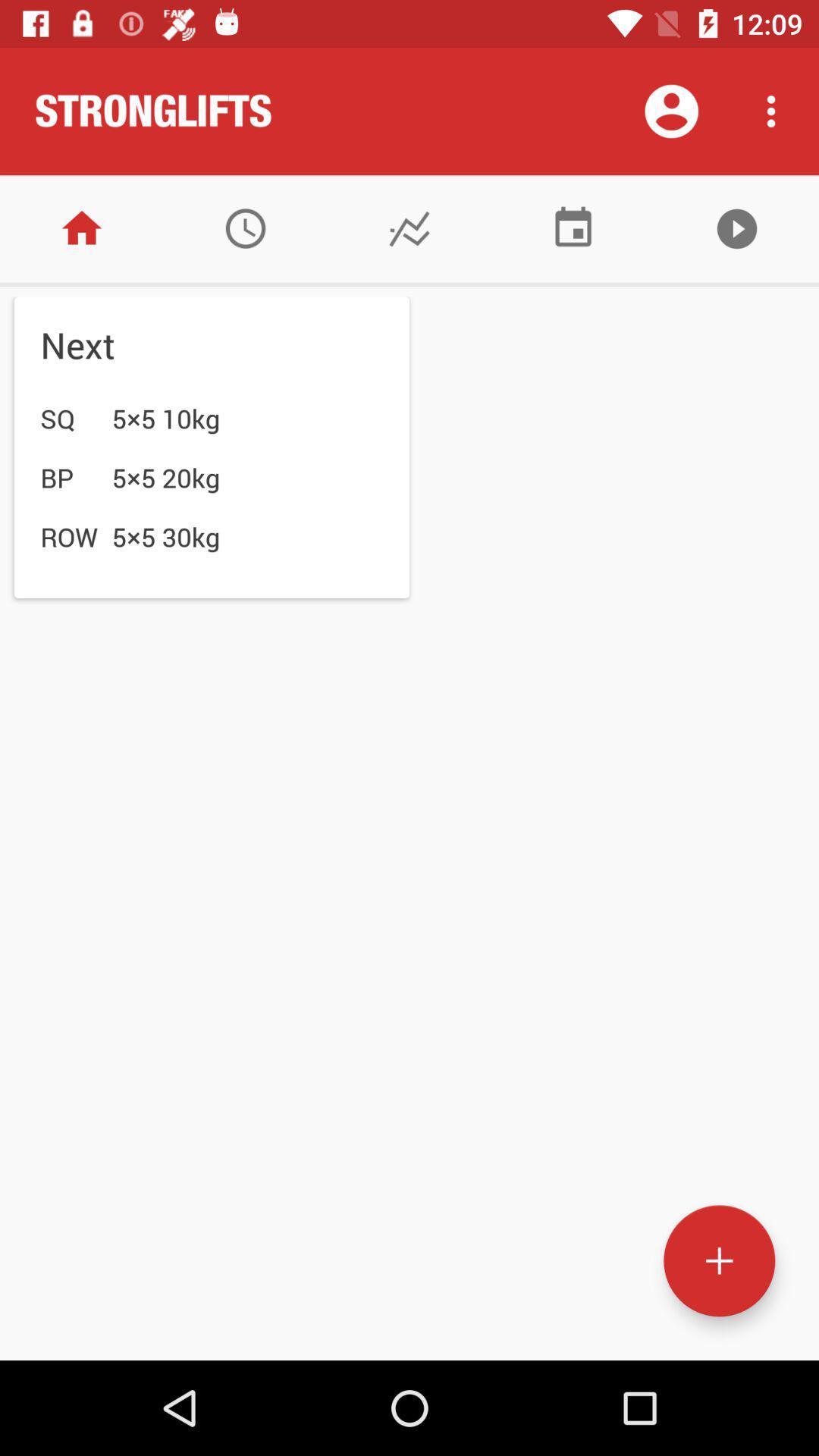 The height and width of the screenshot is (1456, 819). Describe the element at coordinates (573, 227) in the screenshot. I see `schedule` at that location.